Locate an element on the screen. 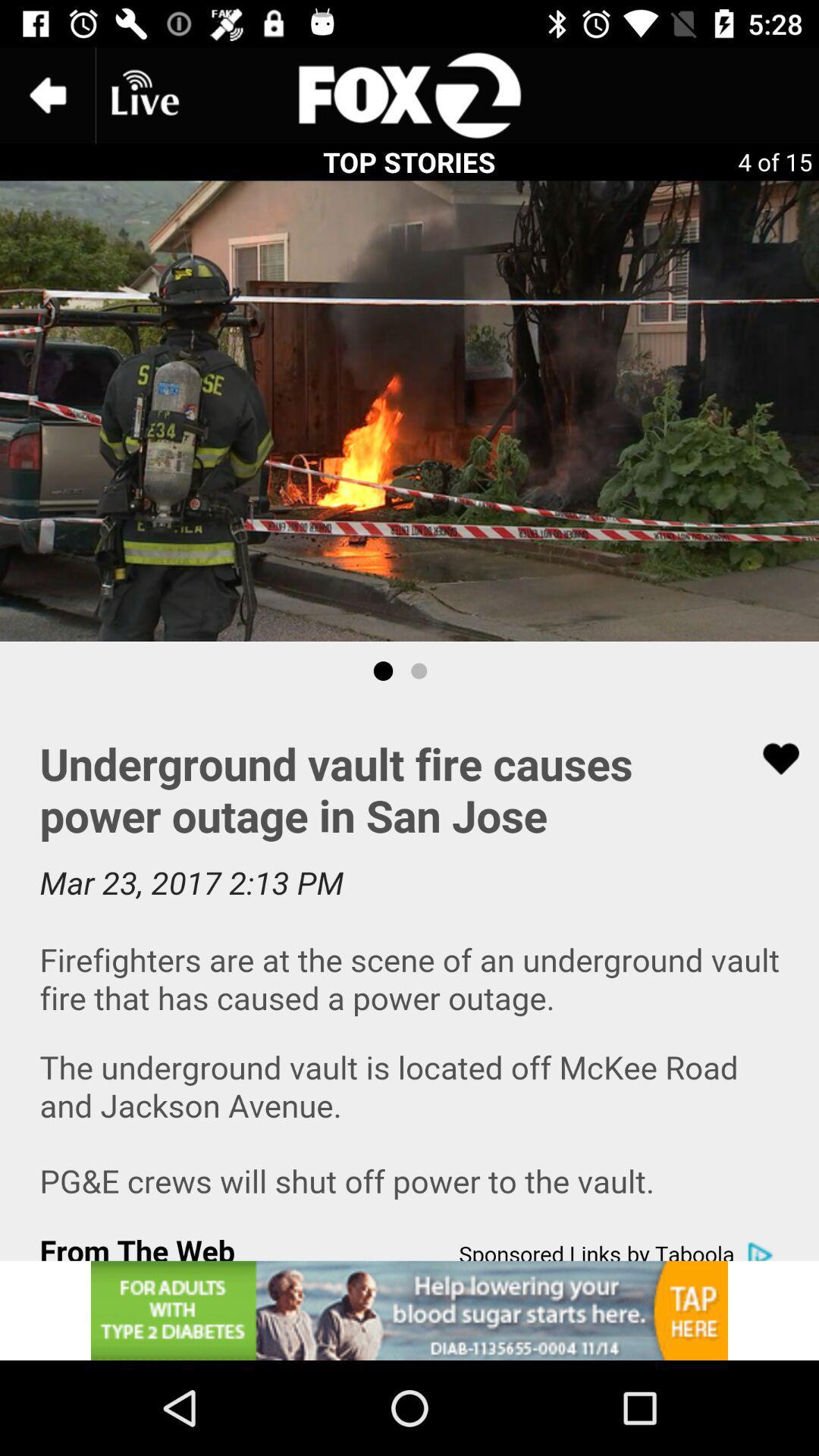 The width and height of the screenshot is (819, 1456). like button is located at coordinates (771, 758).